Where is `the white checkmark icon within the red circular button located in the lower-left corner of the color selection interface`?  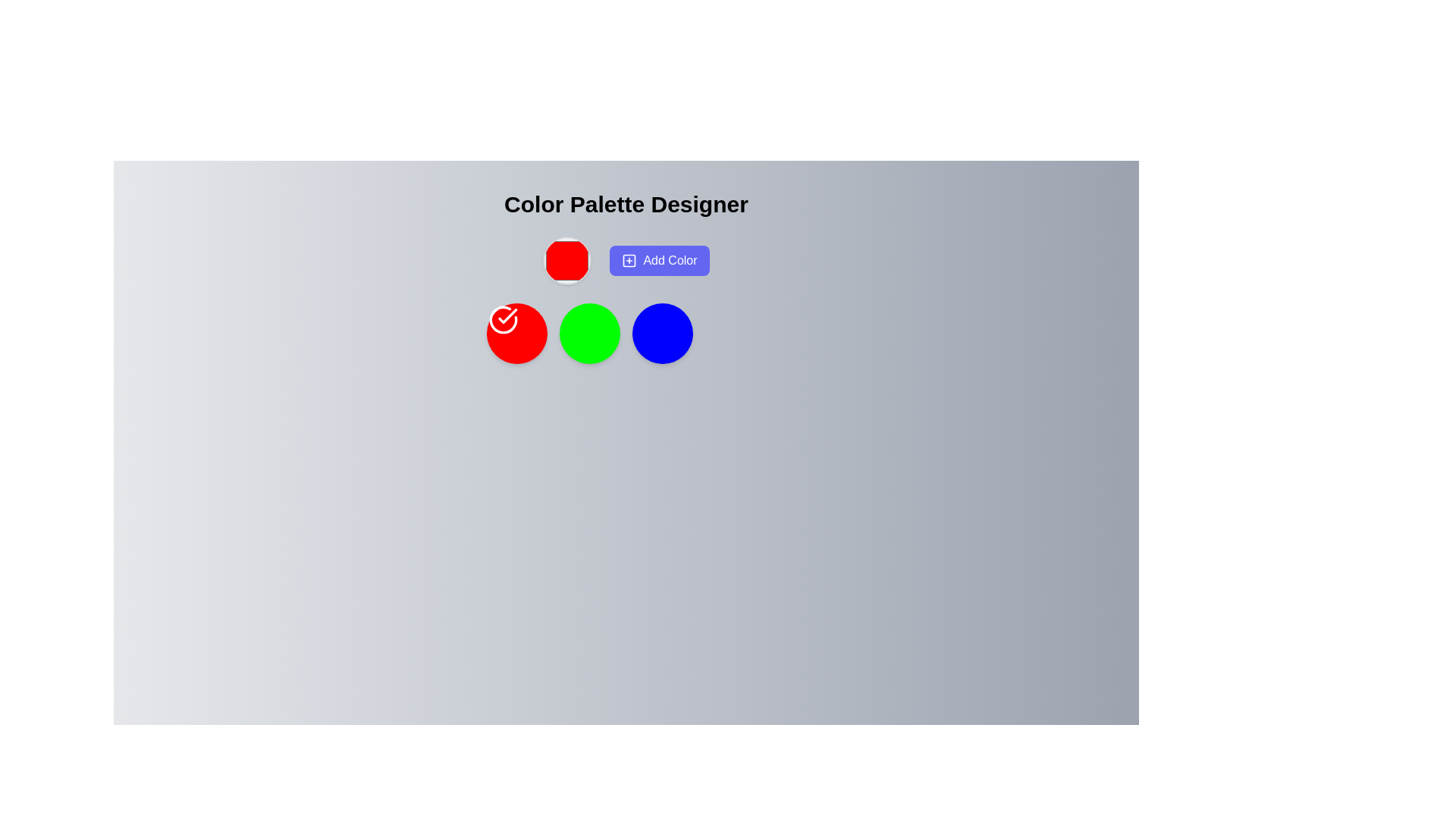 the white checkmark icon within the red circular button located in the lower-left corner of the color selection interface is located at coordinates (503, 318).